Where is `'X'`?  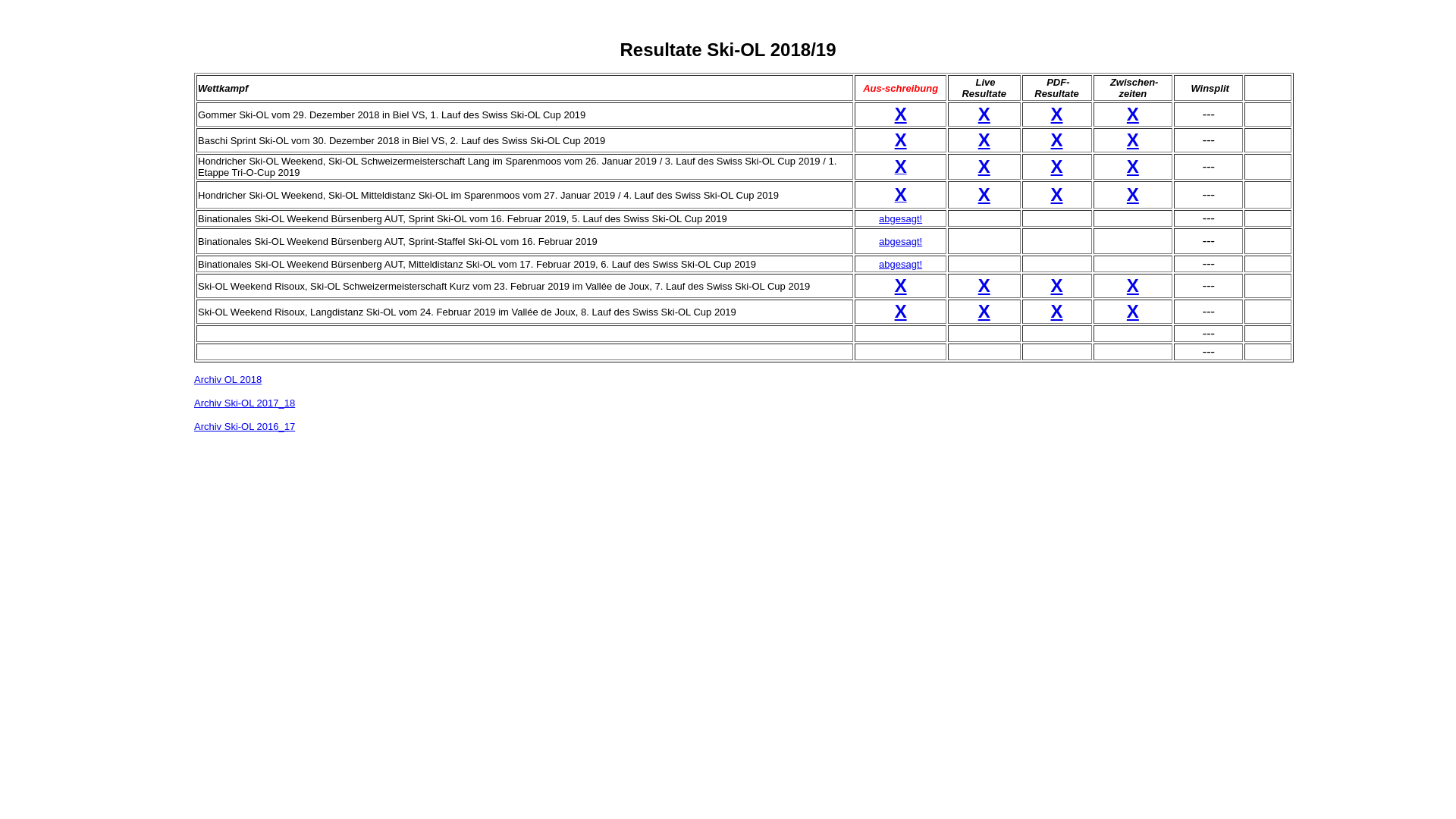
'X' is located at coordinates (901, 310).